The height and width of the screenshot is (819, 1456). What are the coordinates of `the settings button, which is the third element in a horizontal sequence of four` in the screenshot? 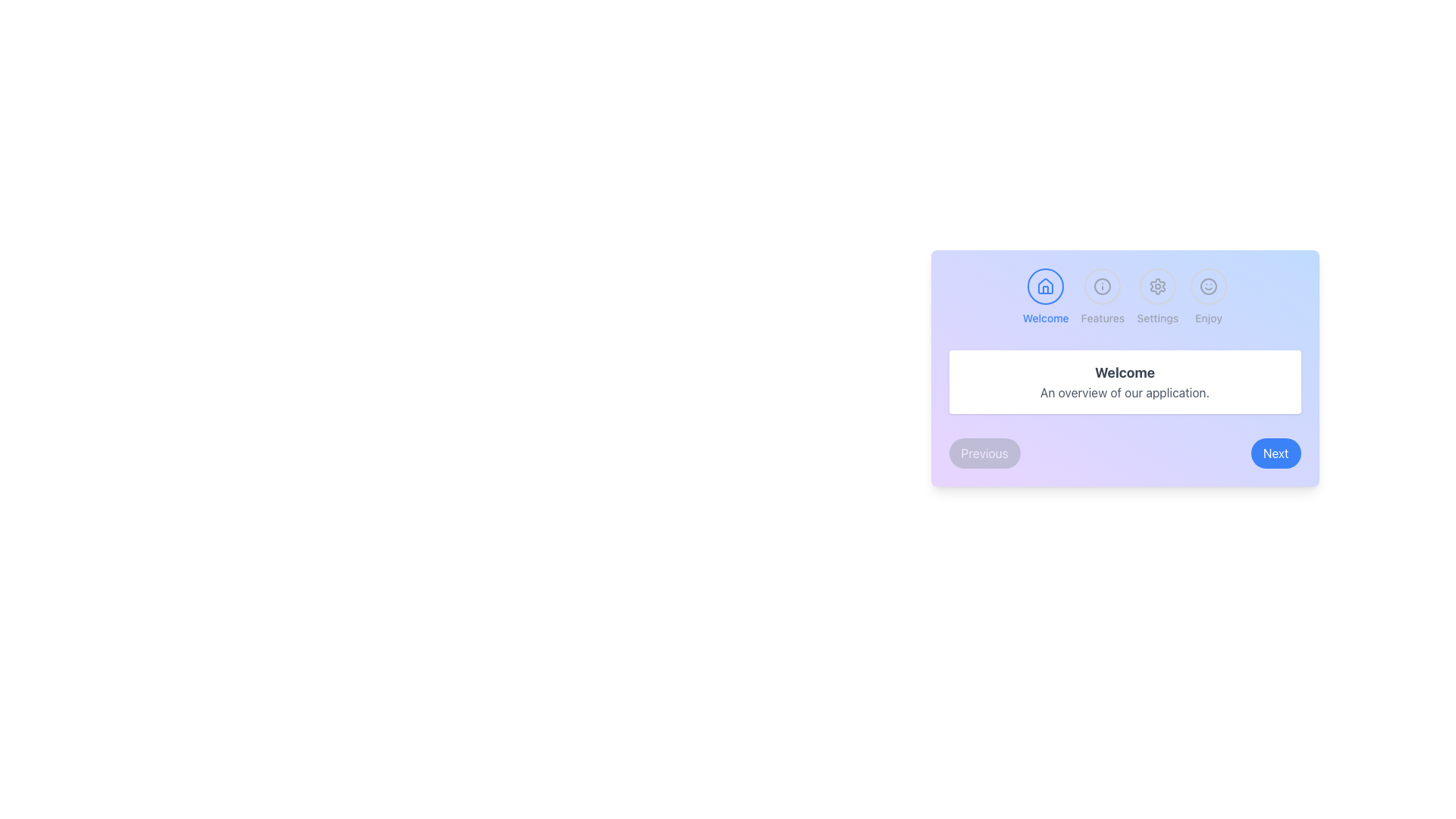 It's located at (1156, 297).